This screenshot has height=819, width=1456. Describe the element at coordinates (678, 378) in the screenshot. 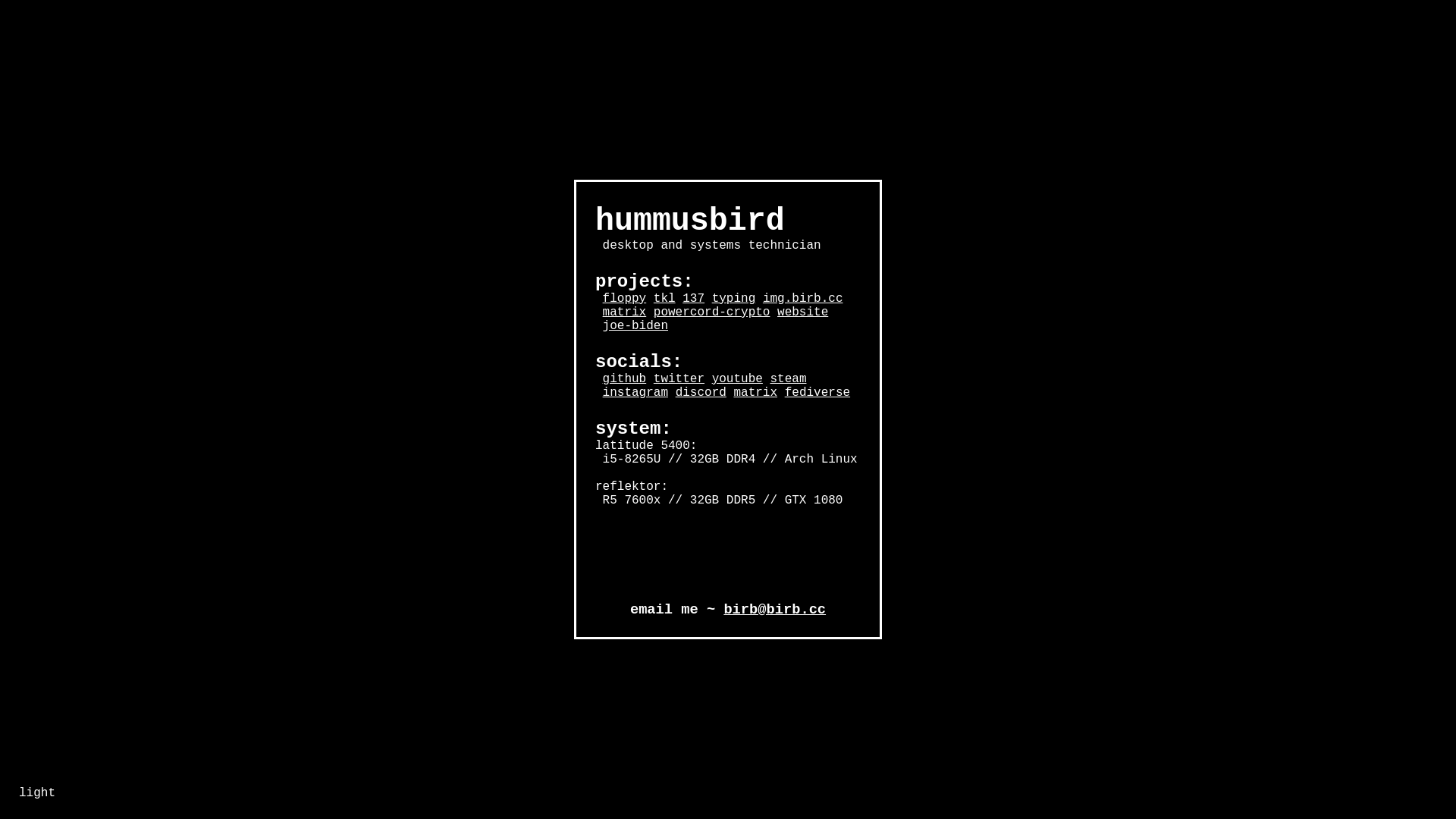

I see `'twitter'` at that location.